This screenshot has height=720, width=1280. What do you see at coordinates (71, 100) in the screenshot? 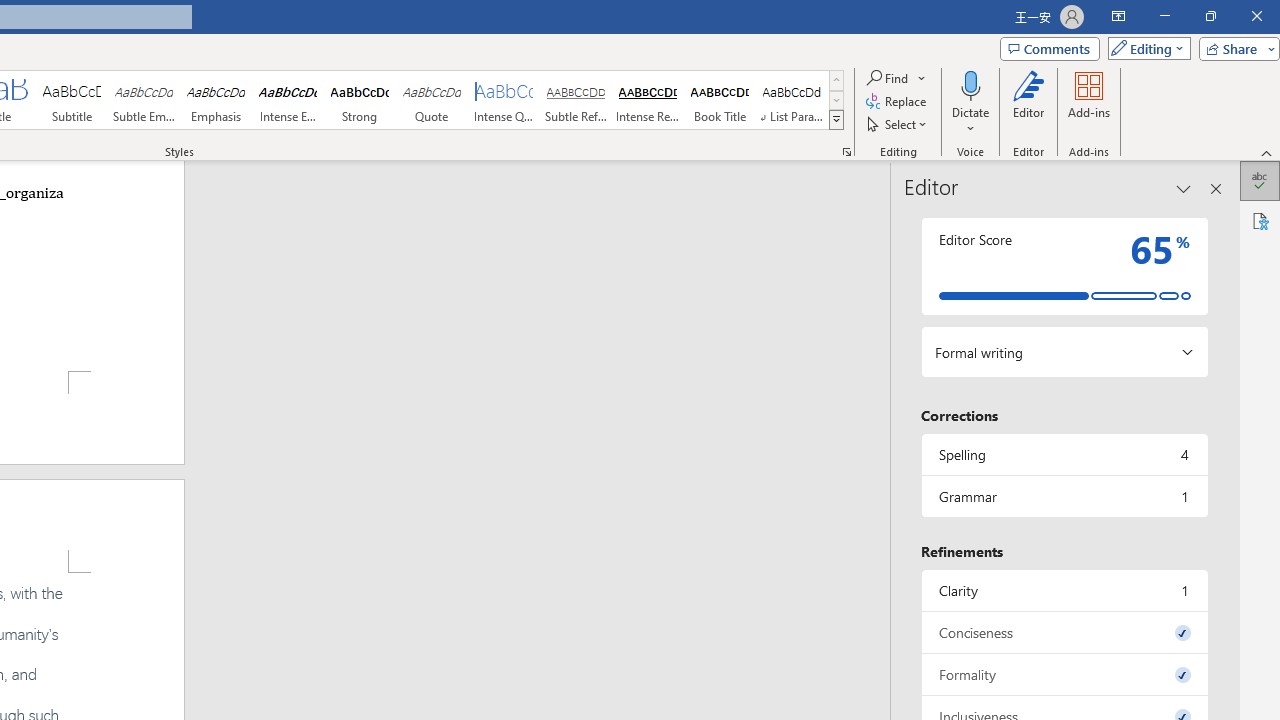
I see `'Subtitle'` at bounding box center [71, 100].